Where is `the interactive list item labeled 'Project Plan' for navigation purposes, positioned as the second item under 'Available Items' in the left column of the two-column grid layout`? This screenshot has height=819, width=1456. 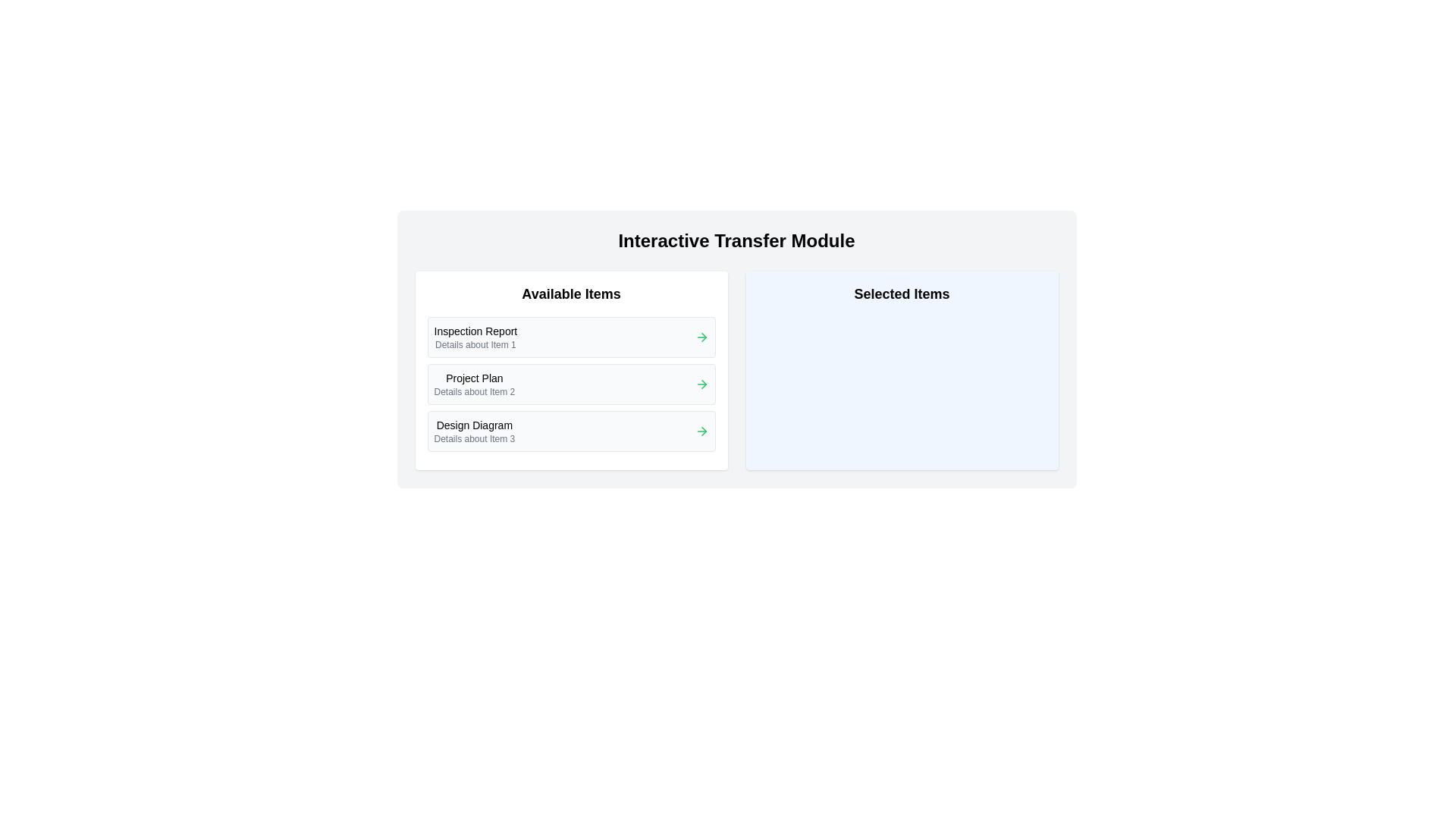
the interactive list item labeled 'Project Plan' for navigation purposes, positioned as the second item under 'Available Items' in the left column of the two-column grid layout is located at coordinates (570, 371).